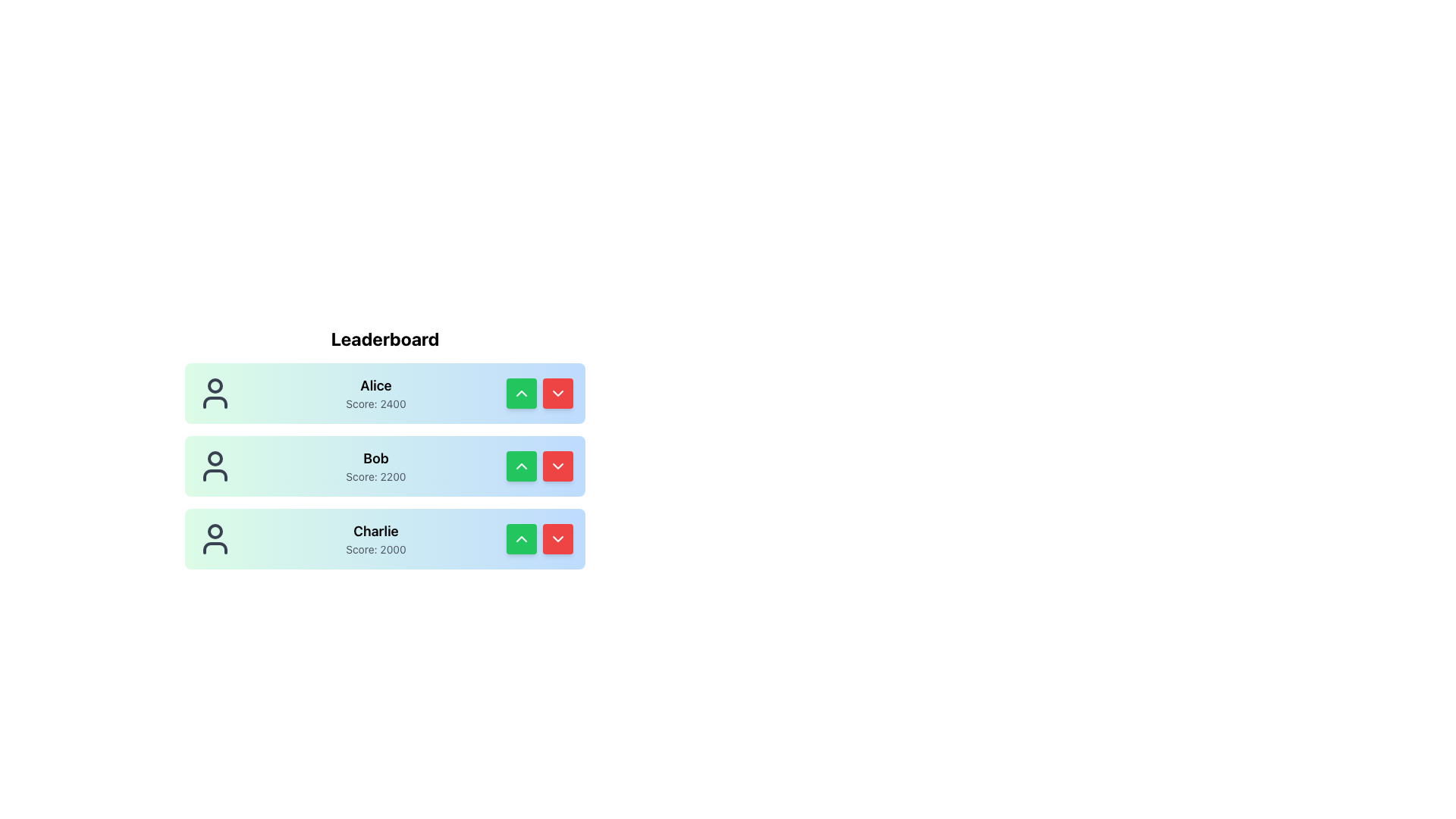 The height and width of the screenshot is (819, 1456). I want to click on the user avatar icon for 'Alice' in the leaderboard, which is positioned to the left of the text 'Alice' and 'Score: 2400', so click(214, 393).